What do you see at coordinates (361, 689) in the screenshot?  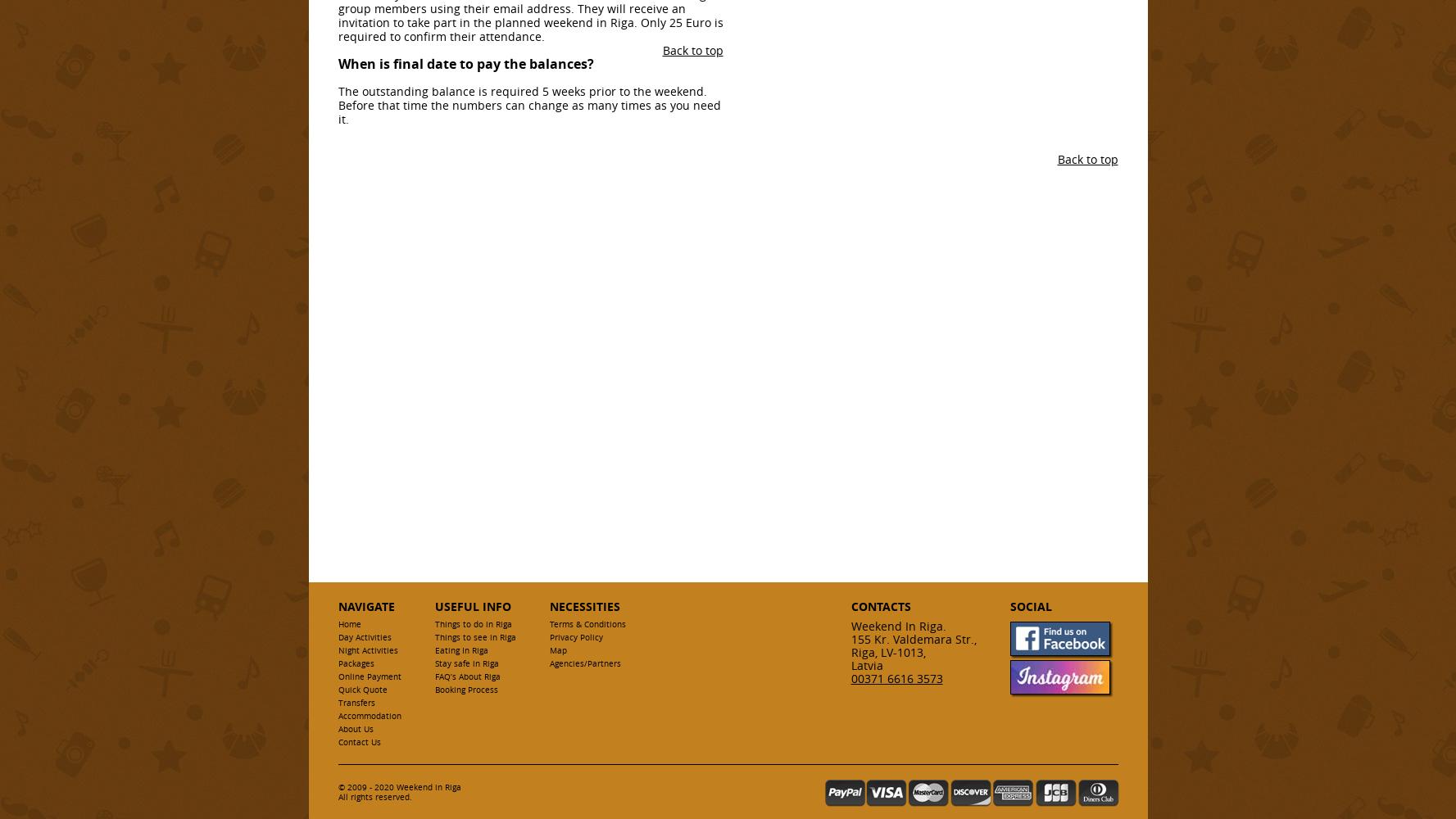 I see `'Quick Quote'` at bounding box center [361, 689].